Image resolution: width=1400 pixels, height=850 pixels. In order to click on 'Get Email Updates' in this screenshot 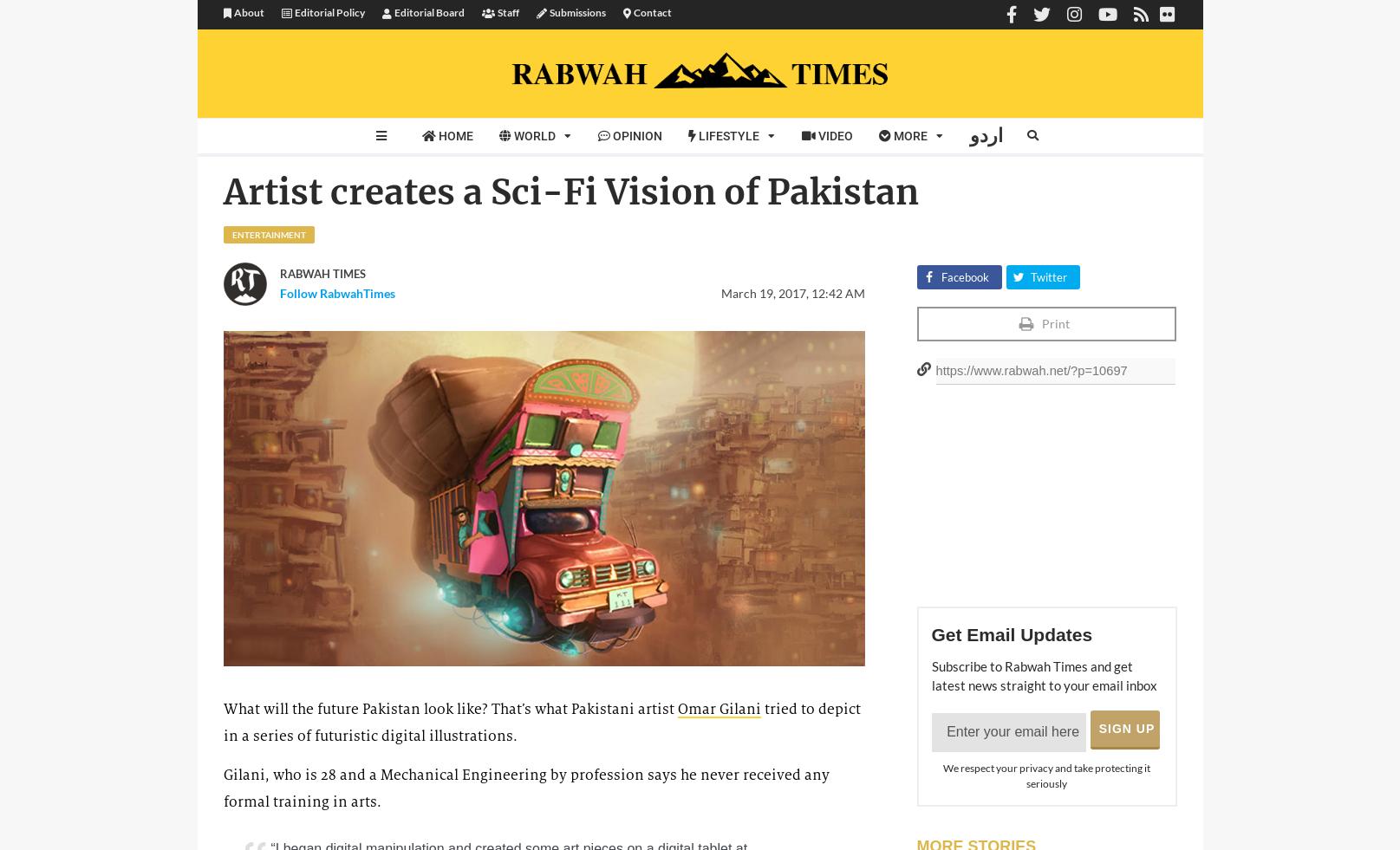, I will do `click(1011, 633)`.